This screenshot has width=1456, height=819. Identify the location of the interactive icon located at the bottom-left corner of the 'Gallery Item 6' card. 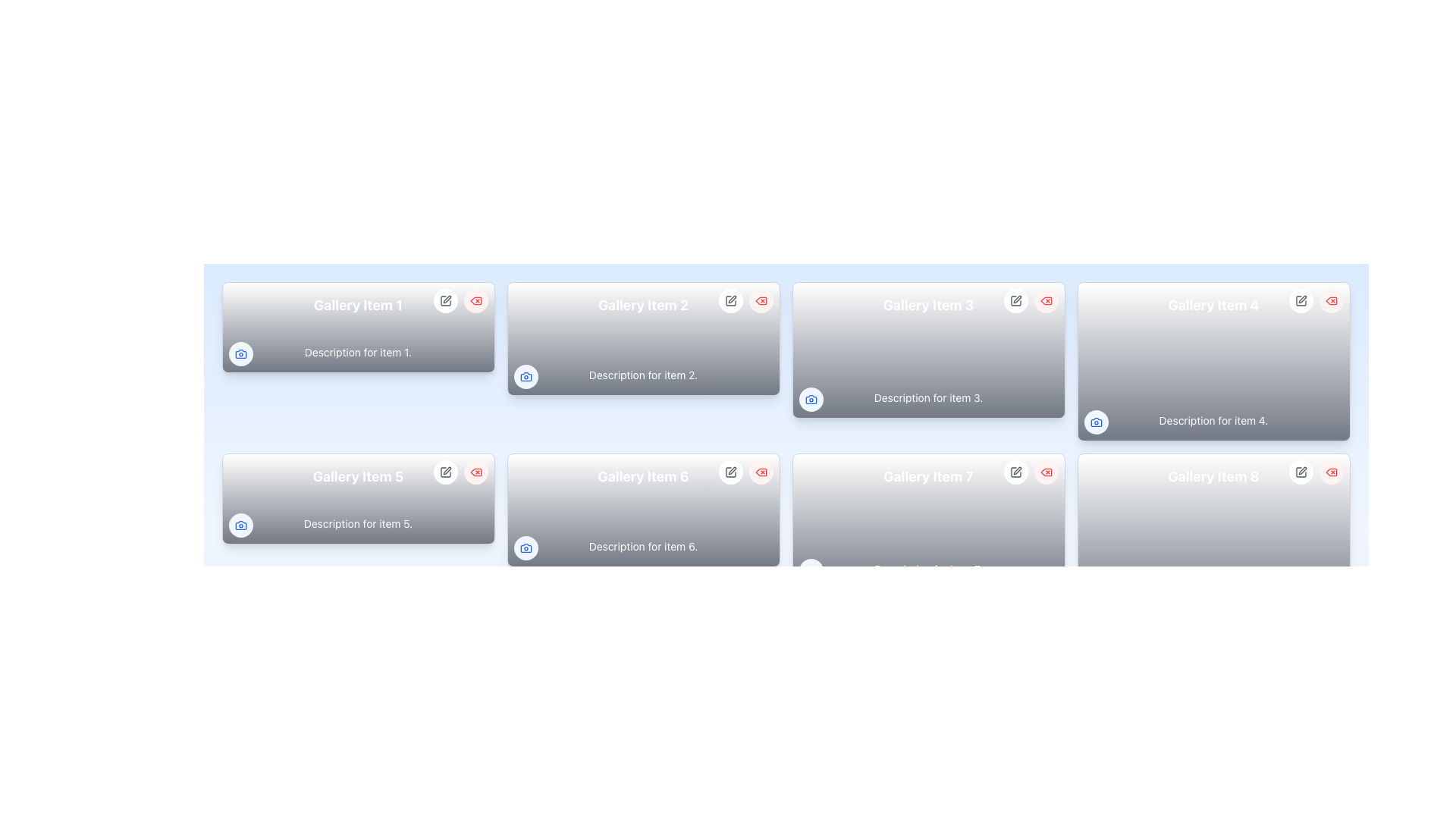
(526, 548).